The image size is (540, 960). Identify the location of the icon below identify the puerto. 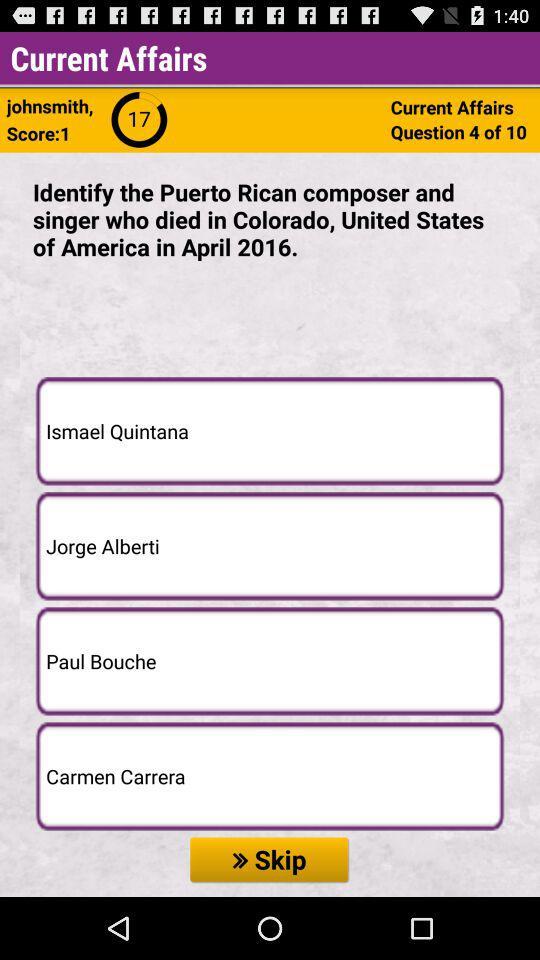
(270, 431).